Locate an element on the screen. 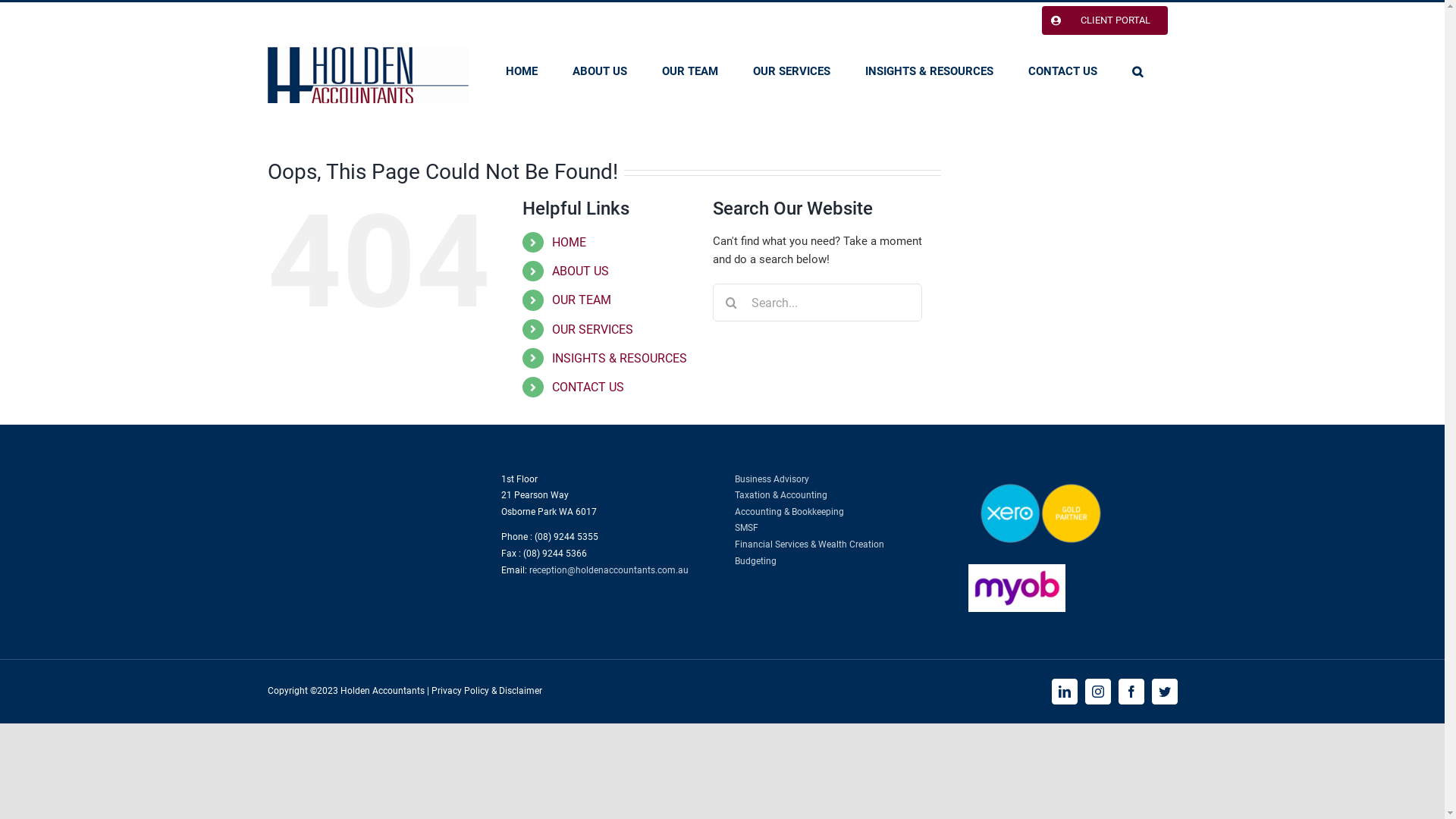  'CLIENT PORTAL' is located at coordinates (1031, 20).